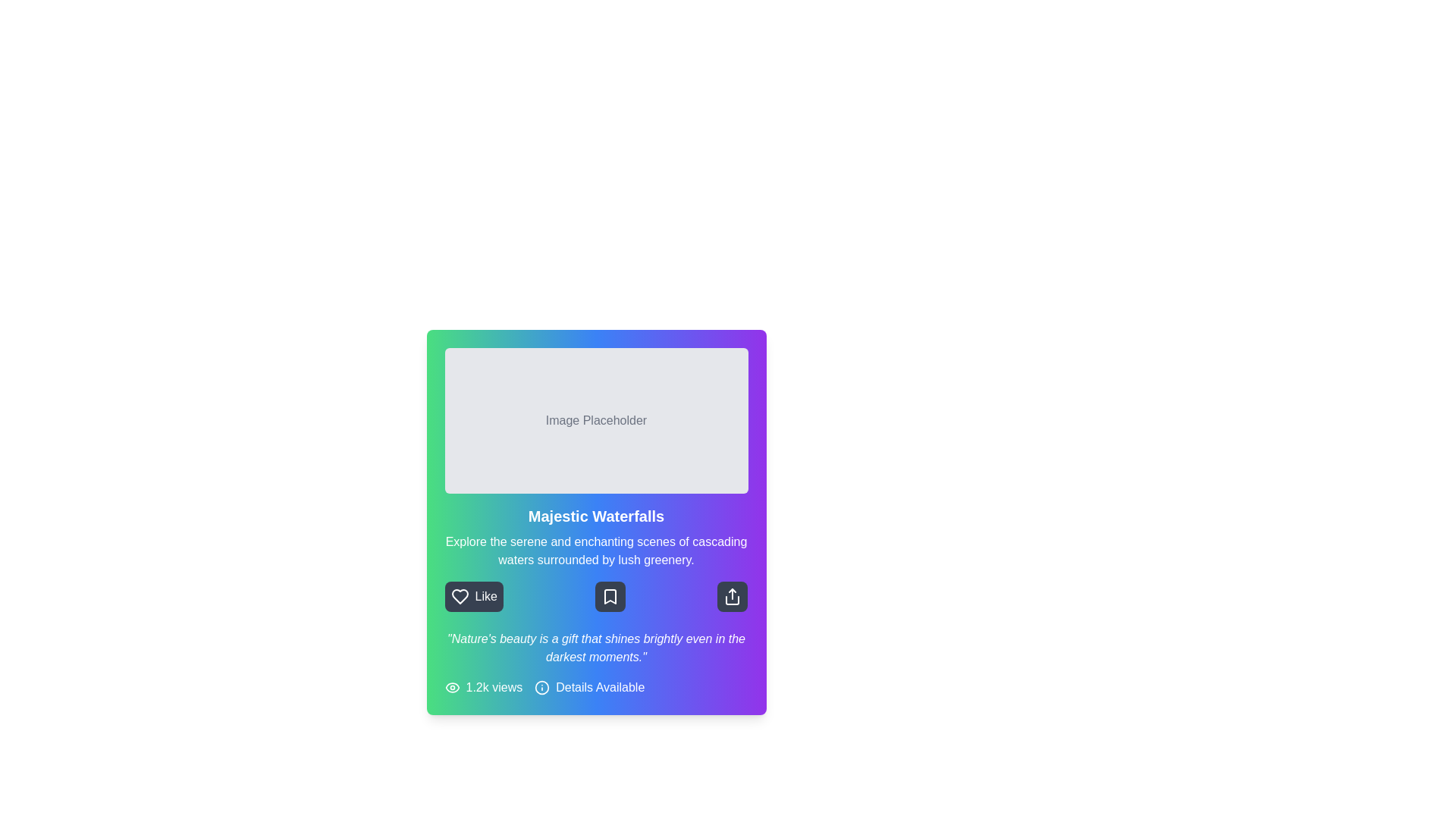 The height and width of the screenshot is (819, 1456). I want to click on the bookmark icon, which is the second icon from the left in the bottom-center action row of the card layout, to bookmark the content for future reference, so click(610, 595).